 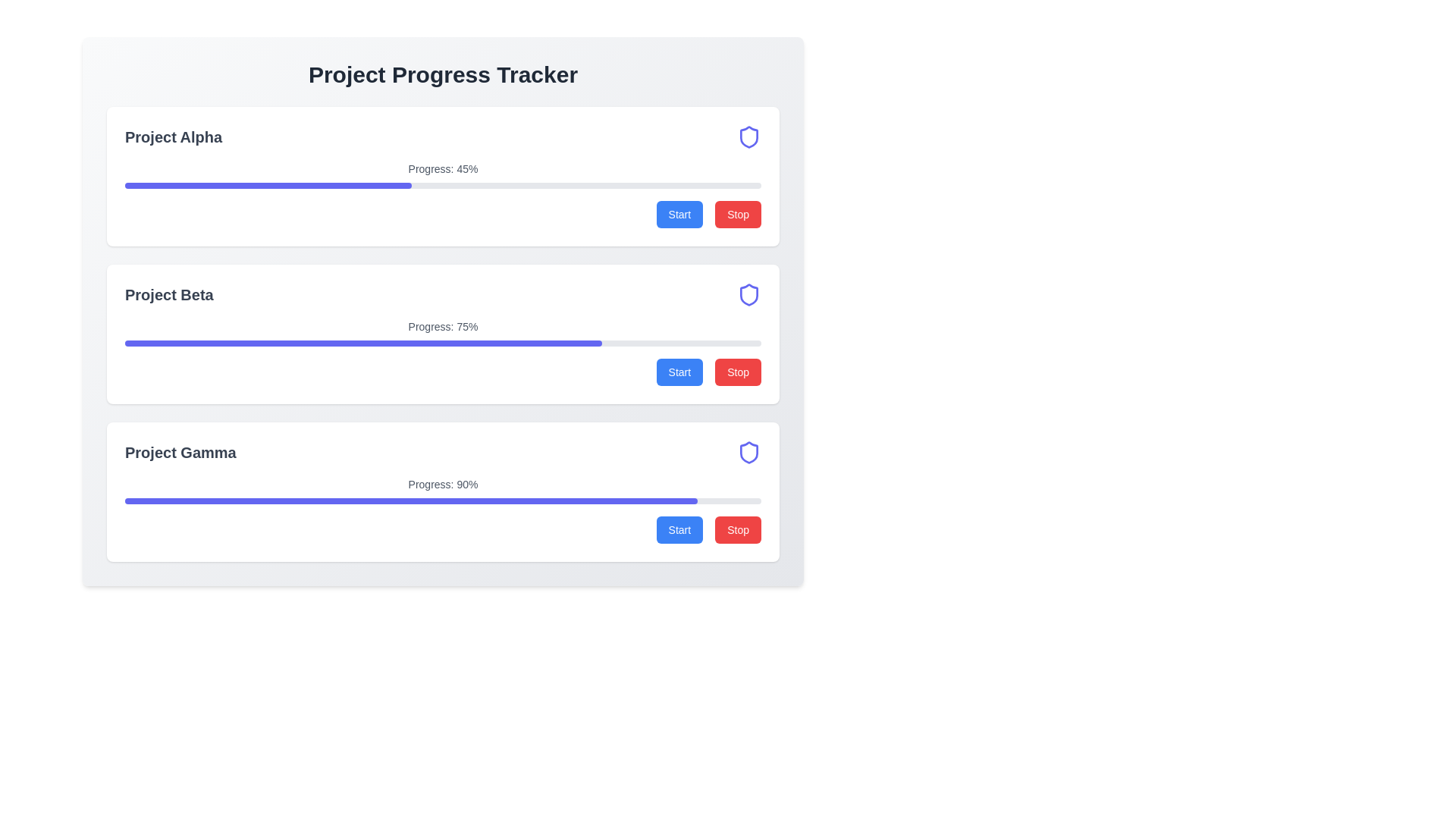 What do you see at coordinates (268, 185) in the screenshot?
I see `the progress level of the indigo progress bar segment in the 'Project Alpha' section located in the top progress display area` at bounding box center [268, 185].